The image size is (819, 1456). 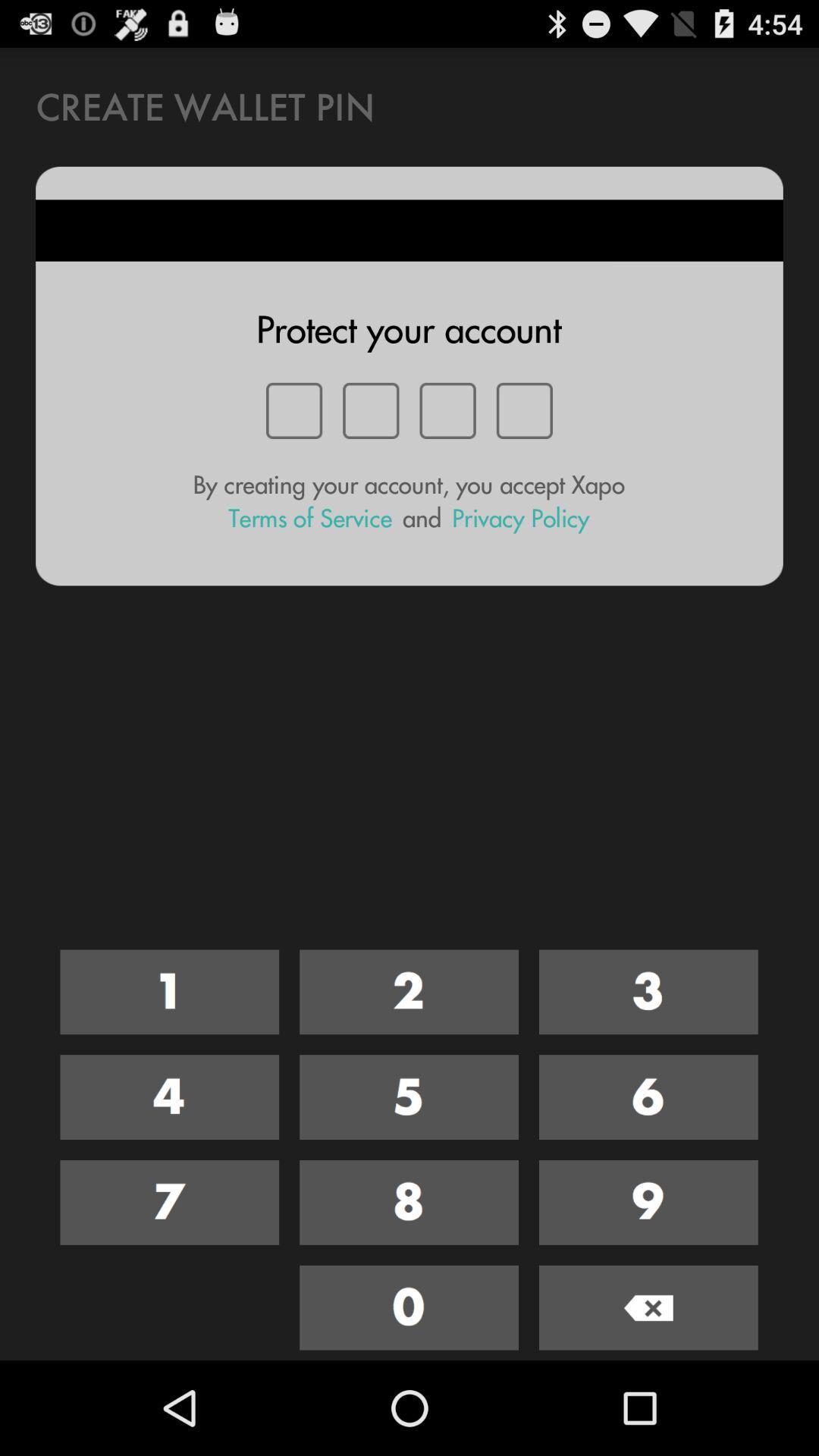 I want to click on icon below the by creating your item, so click(x=519, y=518).